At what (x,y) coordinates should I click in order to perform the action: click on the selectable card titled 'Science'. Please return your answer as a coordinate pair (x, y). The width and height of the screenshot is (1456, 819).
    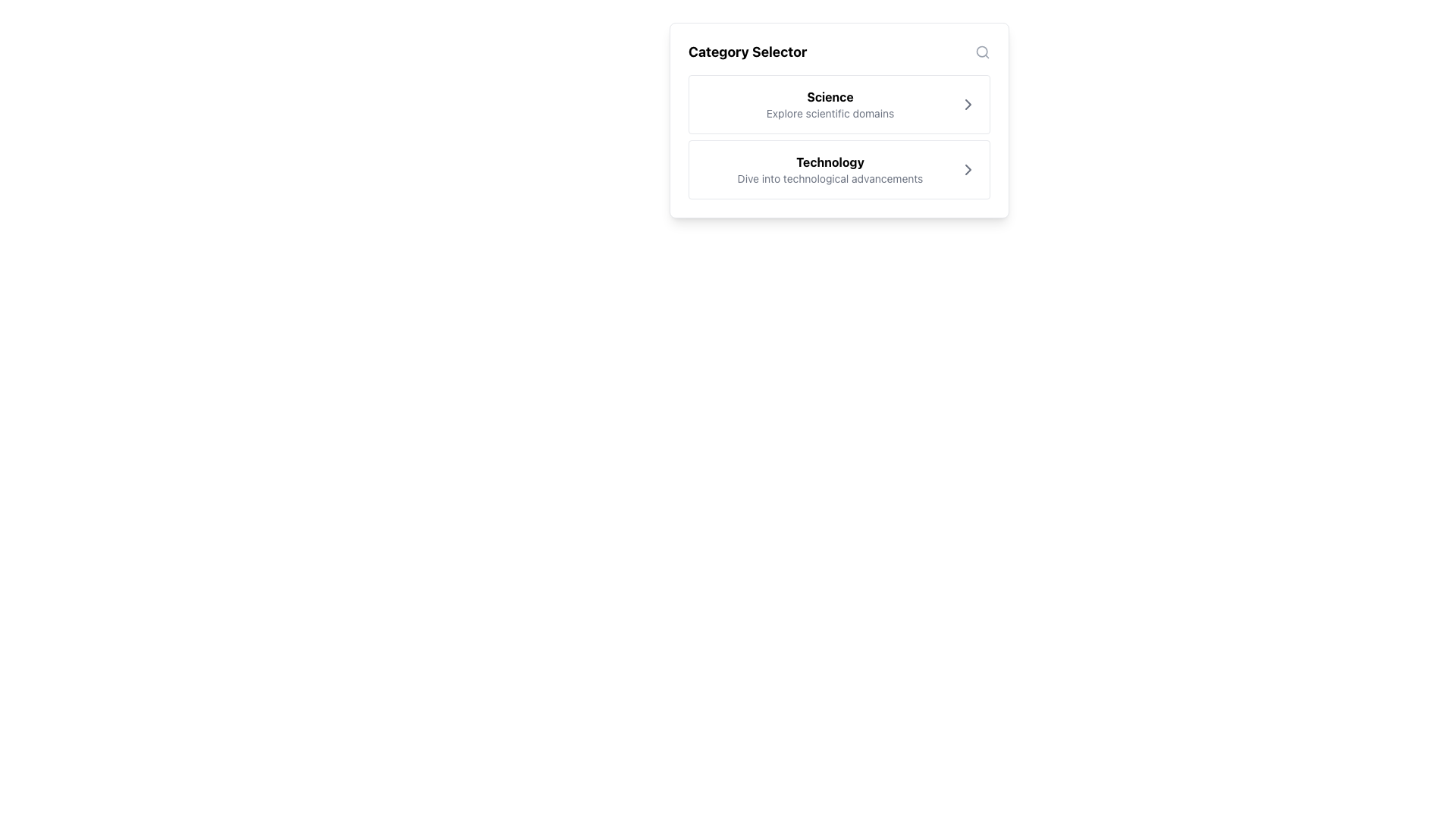
    Looking at the image, I should click on (839, 104).